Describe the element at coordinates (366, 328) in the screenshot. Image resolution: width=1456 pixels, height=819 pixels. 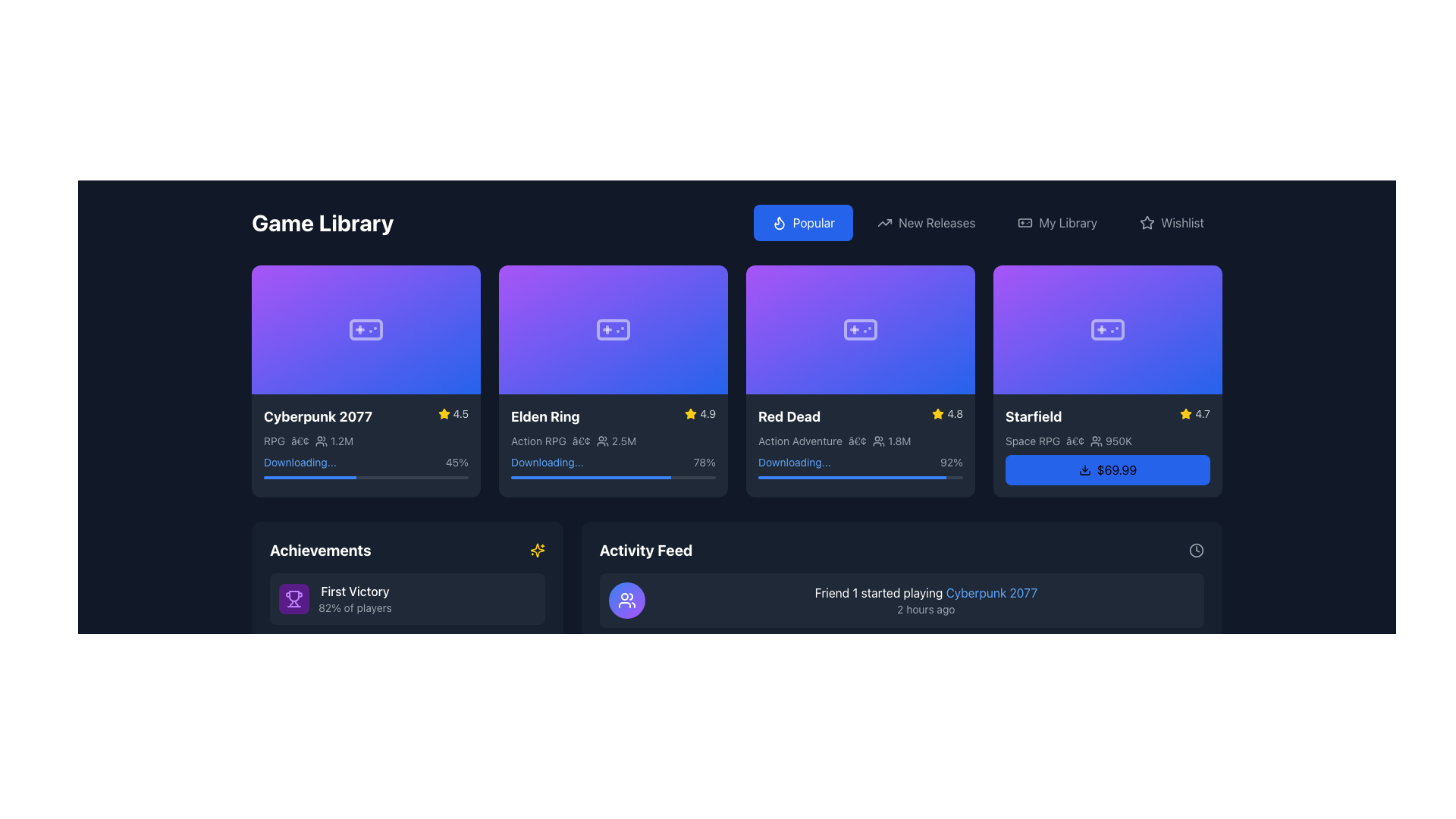
I see `the image placeholder representing the game 'Cyberpunk 2077' located at the upper portion of its card in the game library` at that location.